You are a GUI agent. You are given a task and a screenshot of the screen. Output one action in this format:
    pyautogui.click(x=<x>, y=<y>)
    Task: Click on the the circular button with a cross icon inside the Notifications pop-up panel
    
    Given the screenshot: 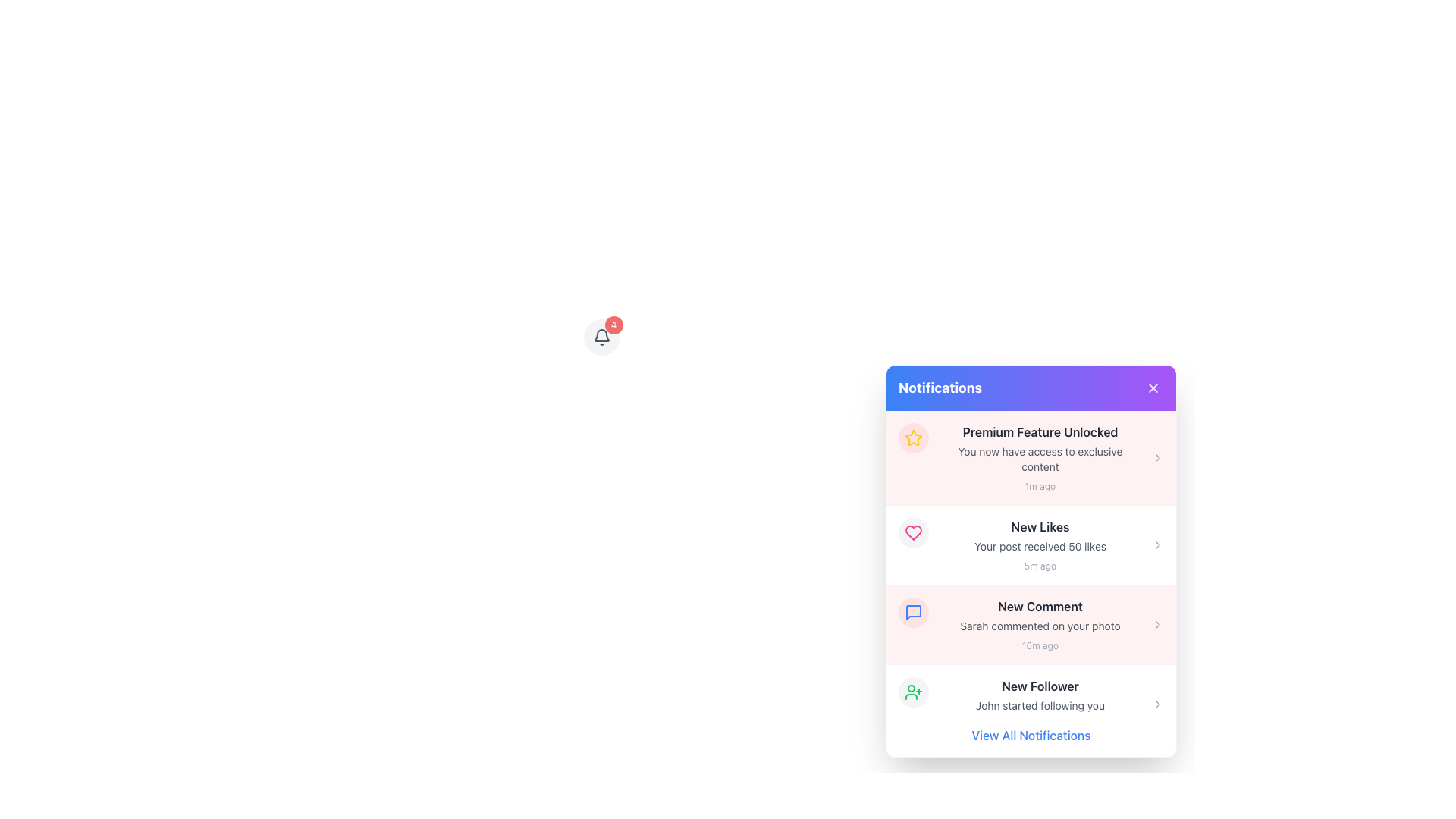 What is the action you would take?
    pyautogui.click(x=1153, y=388)
    